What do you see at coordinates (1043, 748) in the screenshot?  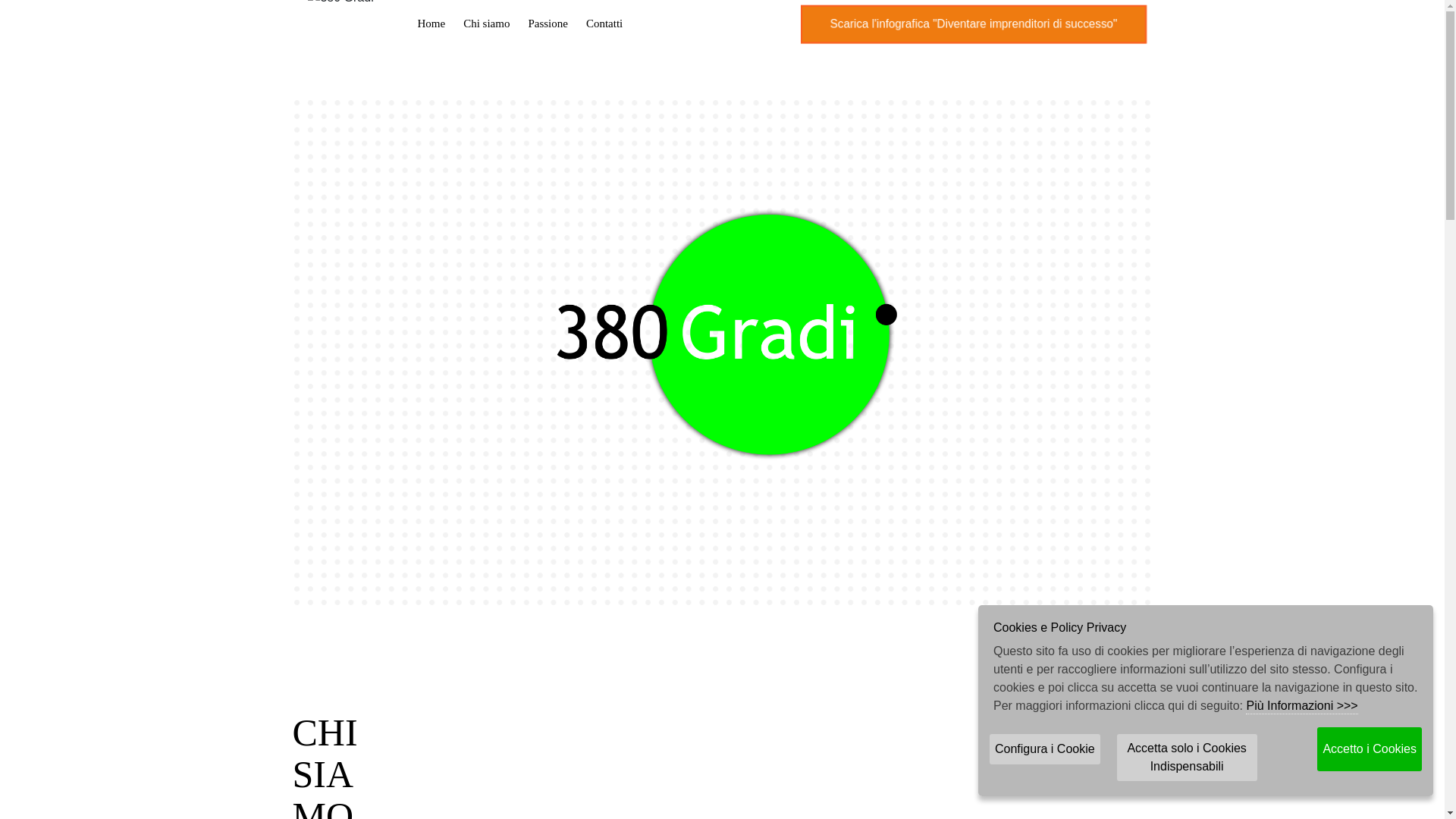 I see `'Configura i Cookie'` at bounding box center [1043, 748].